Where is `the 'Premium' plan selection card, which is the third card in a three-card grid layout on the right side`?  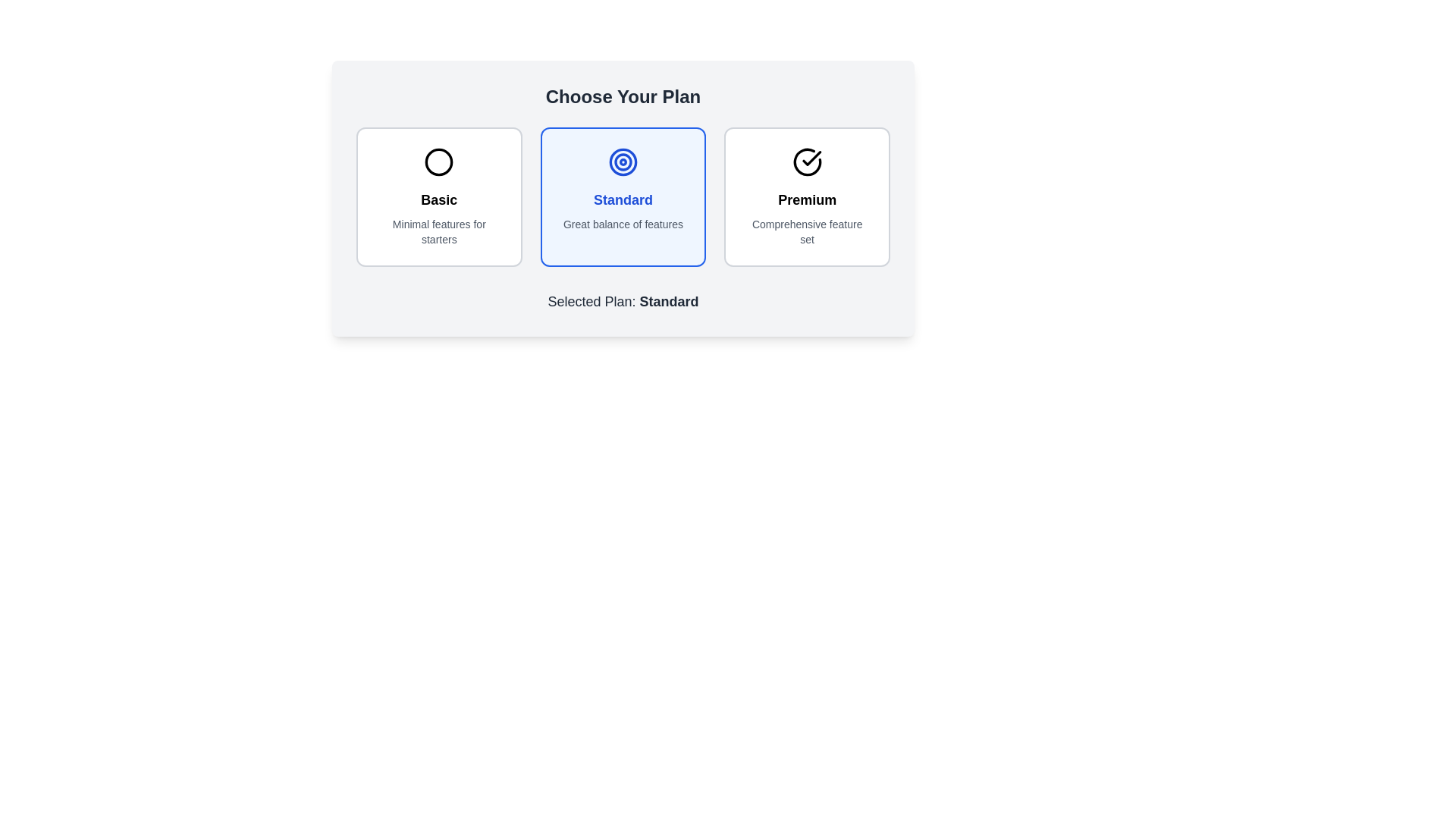
the 'Premium' plan selection card, which is the third card in a three-card grid layout on the right side is located at coordinates (806, 196).